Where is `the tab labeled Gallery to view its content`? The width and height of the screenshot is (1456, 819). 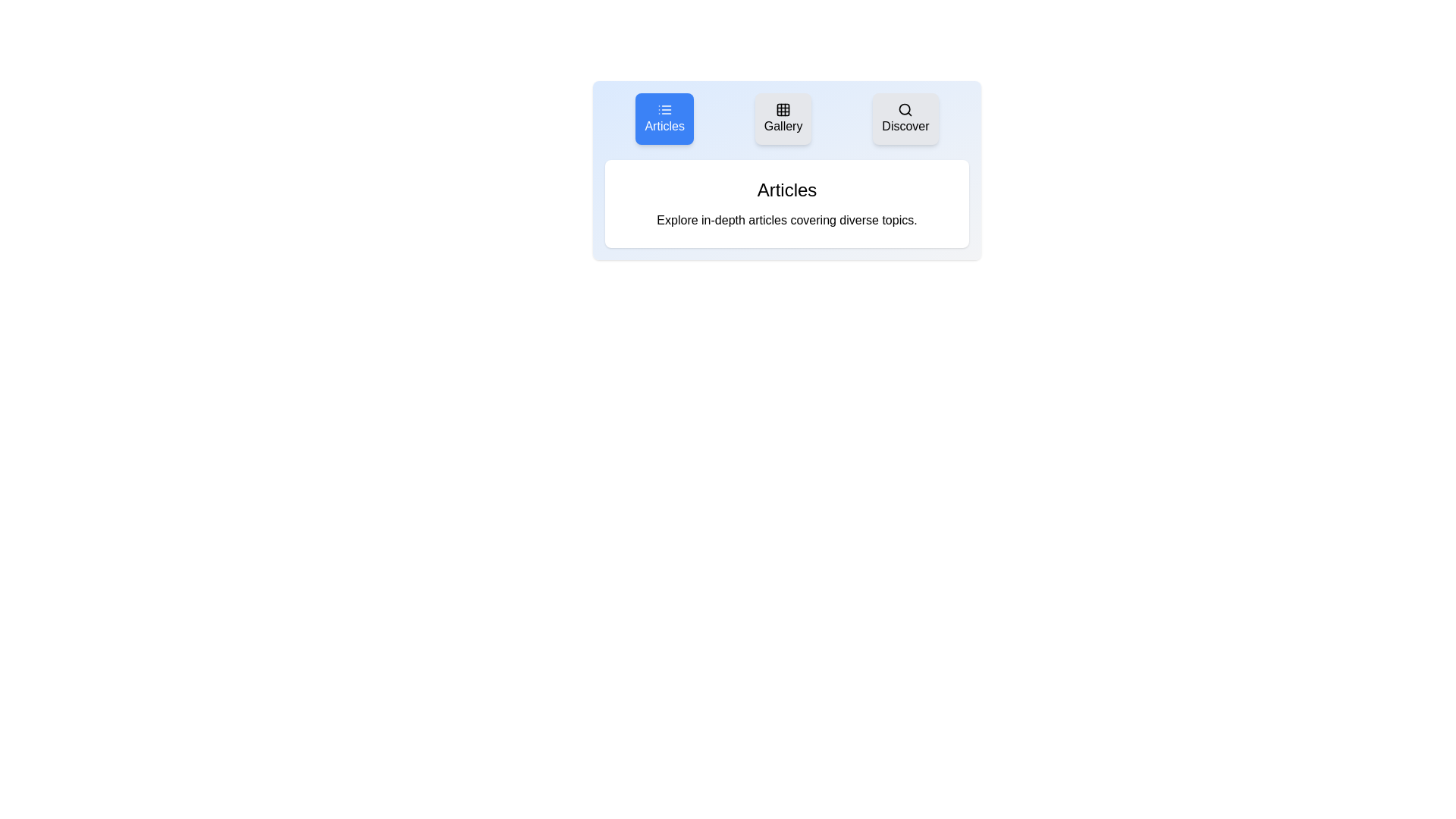 the tab labeled Gallery to view its content is located at coordinates (783, 118).